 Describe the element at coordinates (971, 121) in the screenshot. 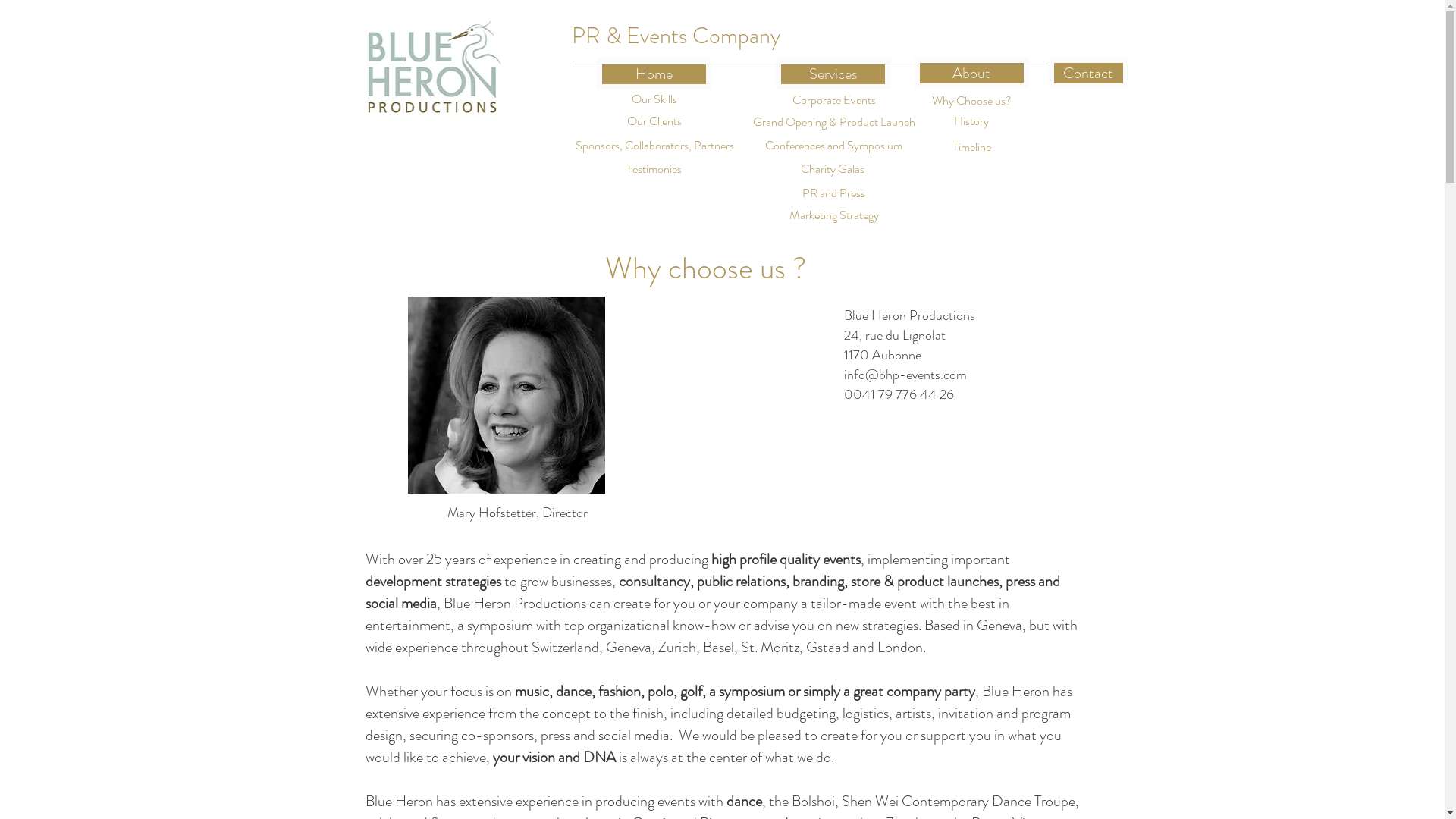

I see `'History'` at that location.